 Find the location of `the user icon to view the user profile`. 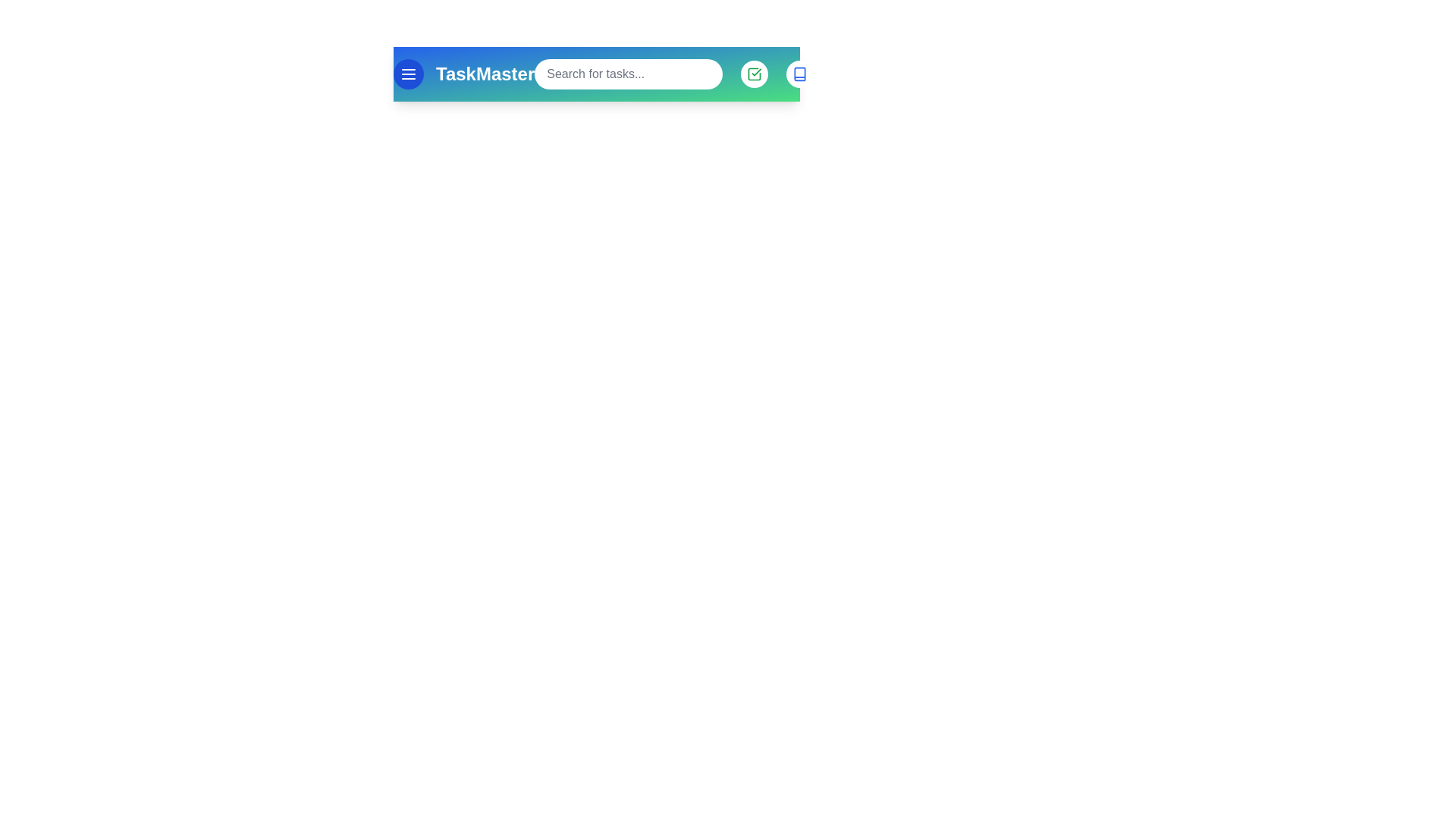

the user icon to view the user profile is located at coordinates (845, 74).